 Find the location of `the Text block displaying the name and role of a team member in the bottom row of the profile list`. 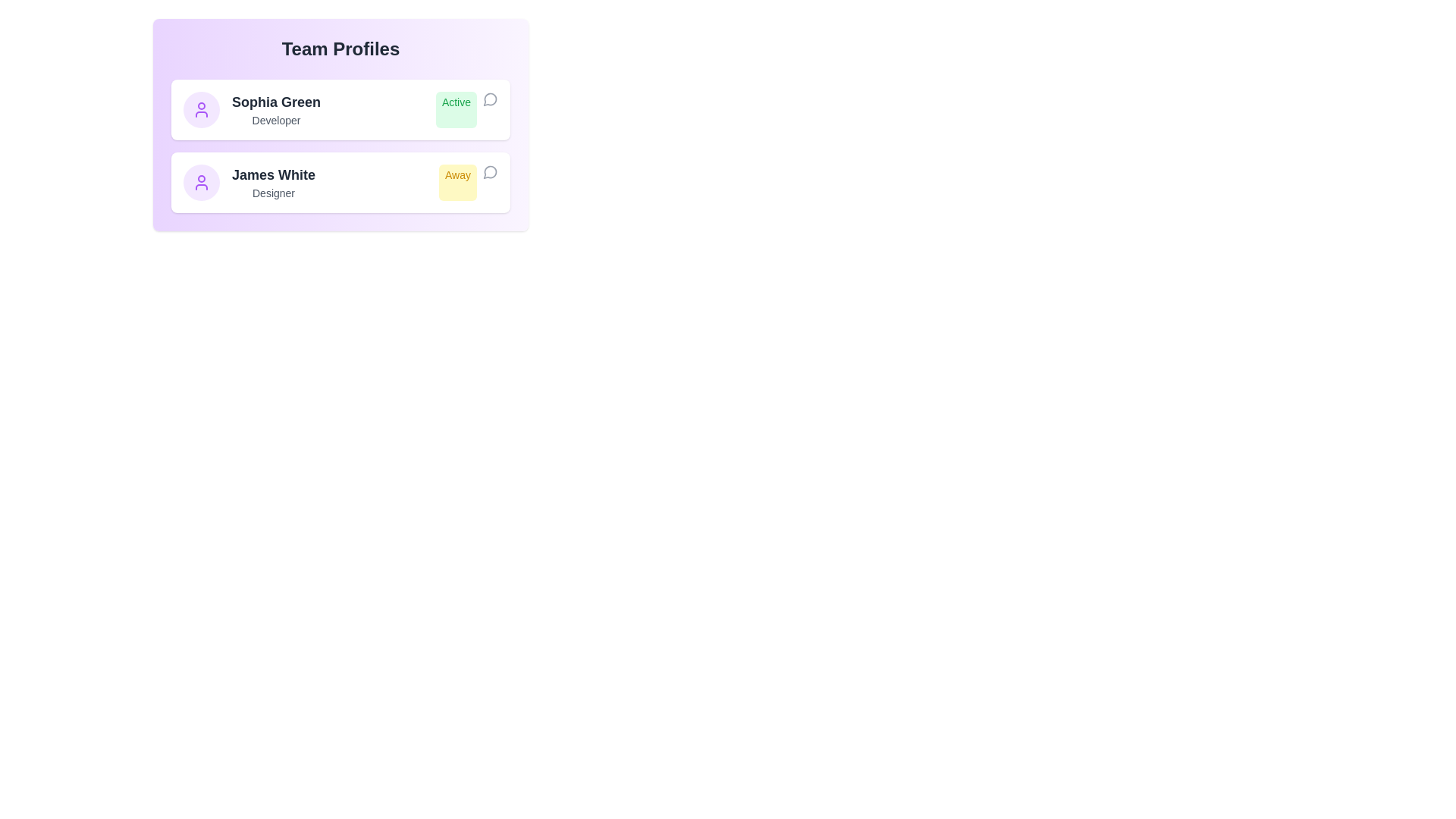

the Text block displaying the name and role of a team member in the bottom row of the profile list is located at coordinates (273, 181).